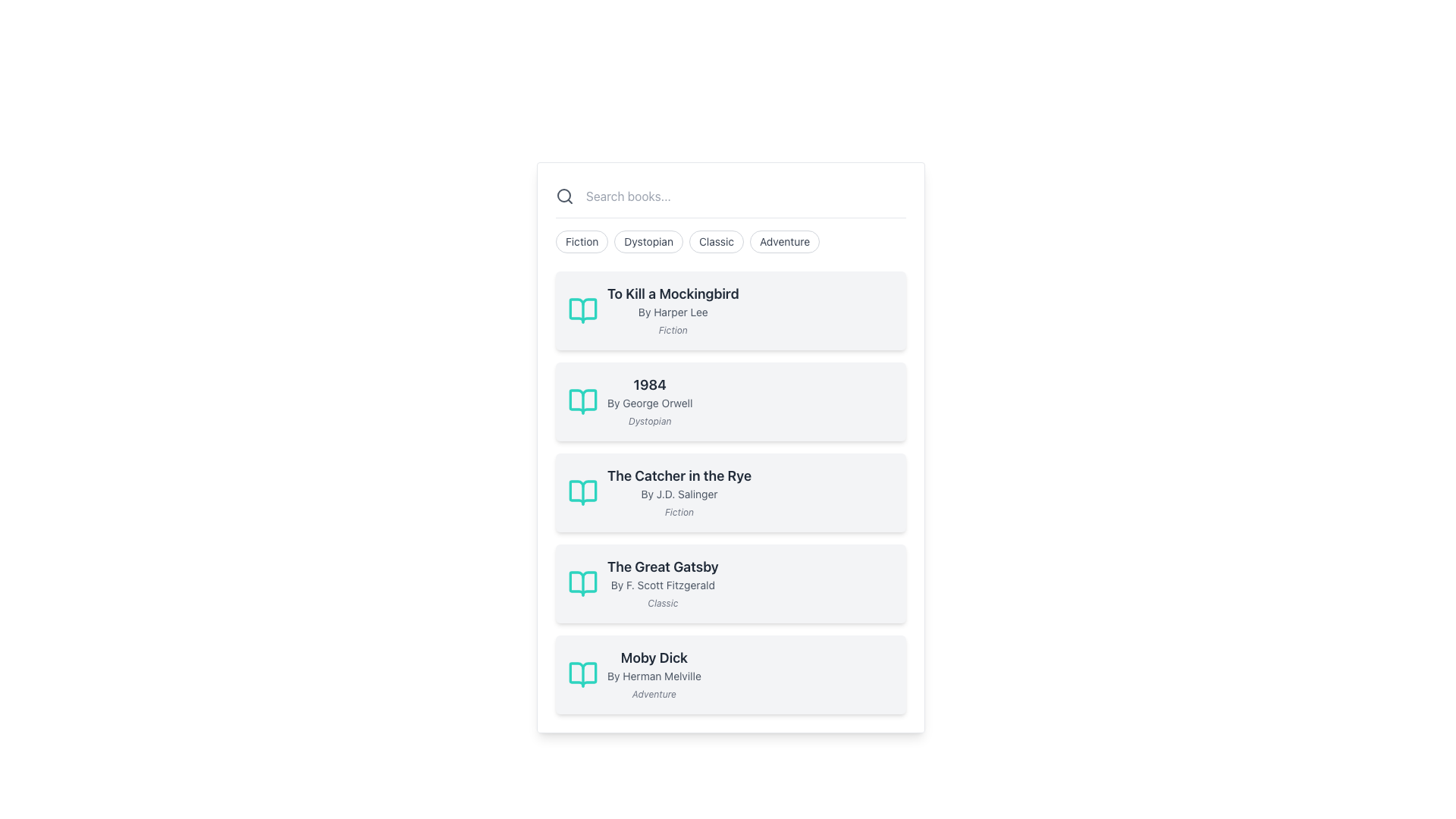 The image size is (1456, 819). Describe the element at coordinates (582, 674) in the screenshot. I see `the open book icon styled with teal strokes, located to the left of the text content for the book 'Moby Dick'` at that location.